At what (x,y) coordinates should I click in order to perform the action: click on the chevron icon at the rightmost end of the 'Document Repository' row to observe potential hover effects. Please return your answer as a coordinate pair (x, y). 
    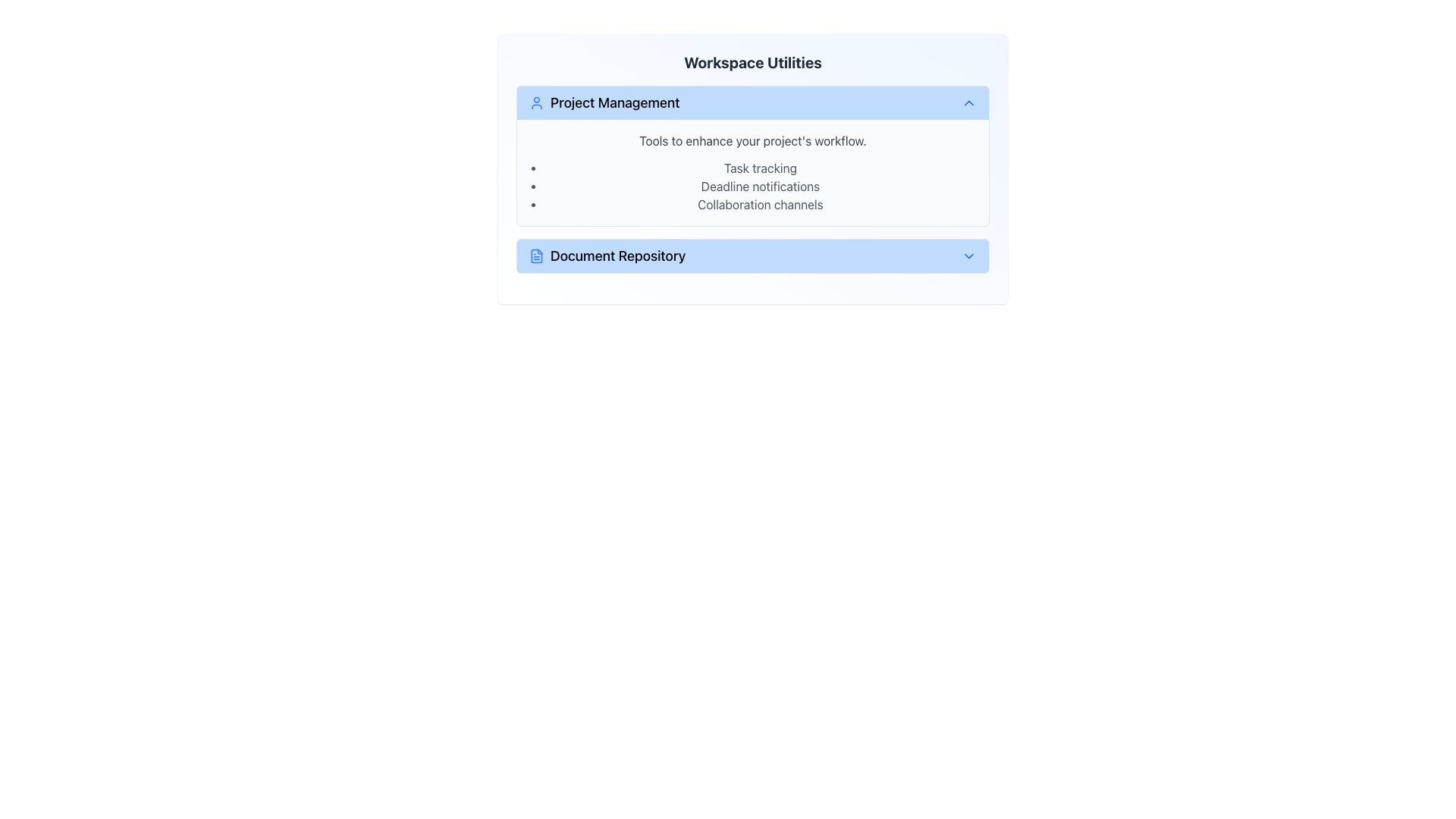
    Looking at the image, I should click on (968, 256).